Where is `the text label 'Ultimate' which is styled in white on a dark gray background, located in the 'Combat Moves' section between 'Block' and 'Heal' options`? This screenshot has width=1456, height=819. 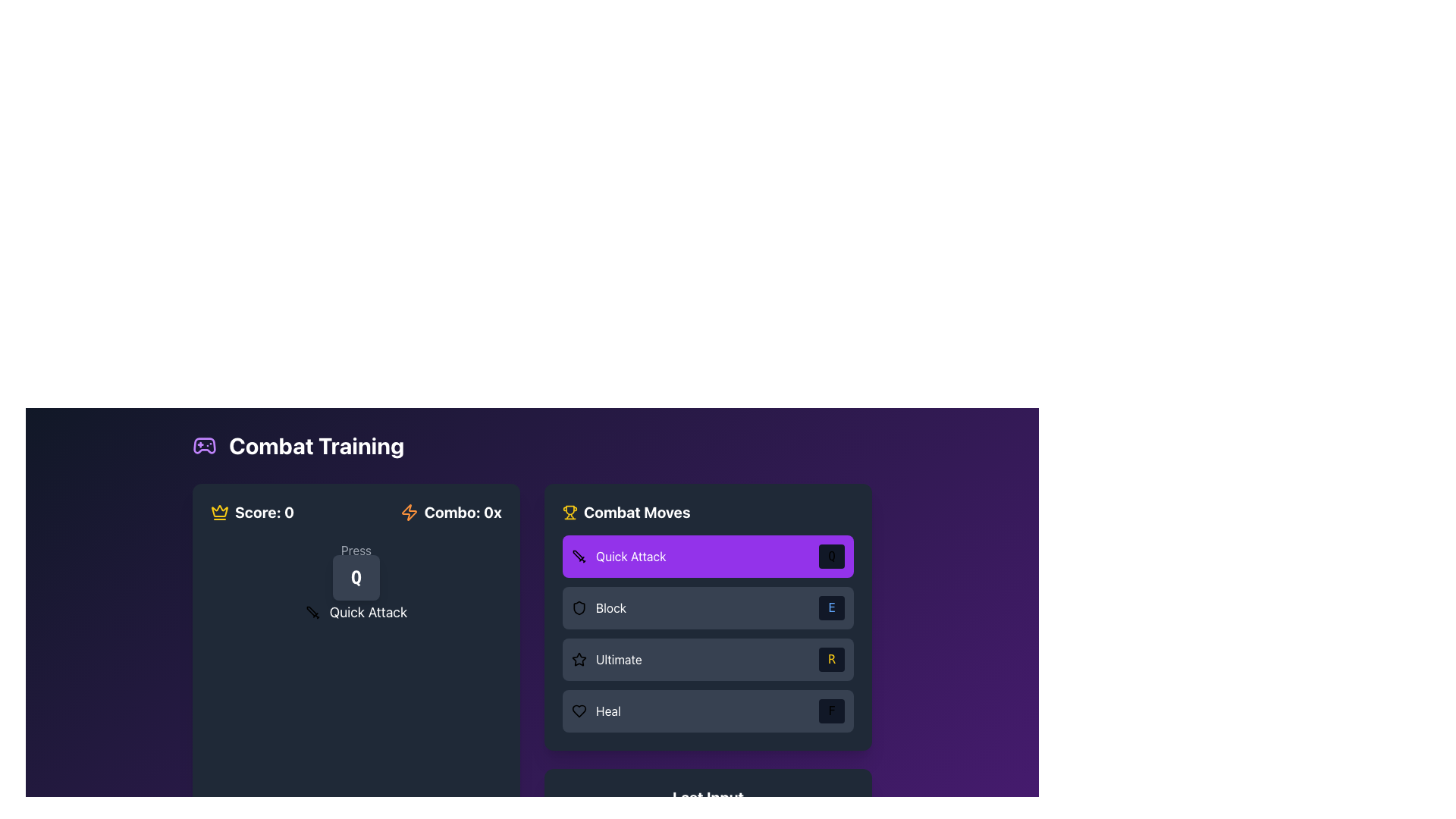 the text label 'Ultimate' which is styled in white on a dark gray background, located in the 'Combat Moves' section between 'Block' and 'Heal' options is located at coordinates (619, 659).